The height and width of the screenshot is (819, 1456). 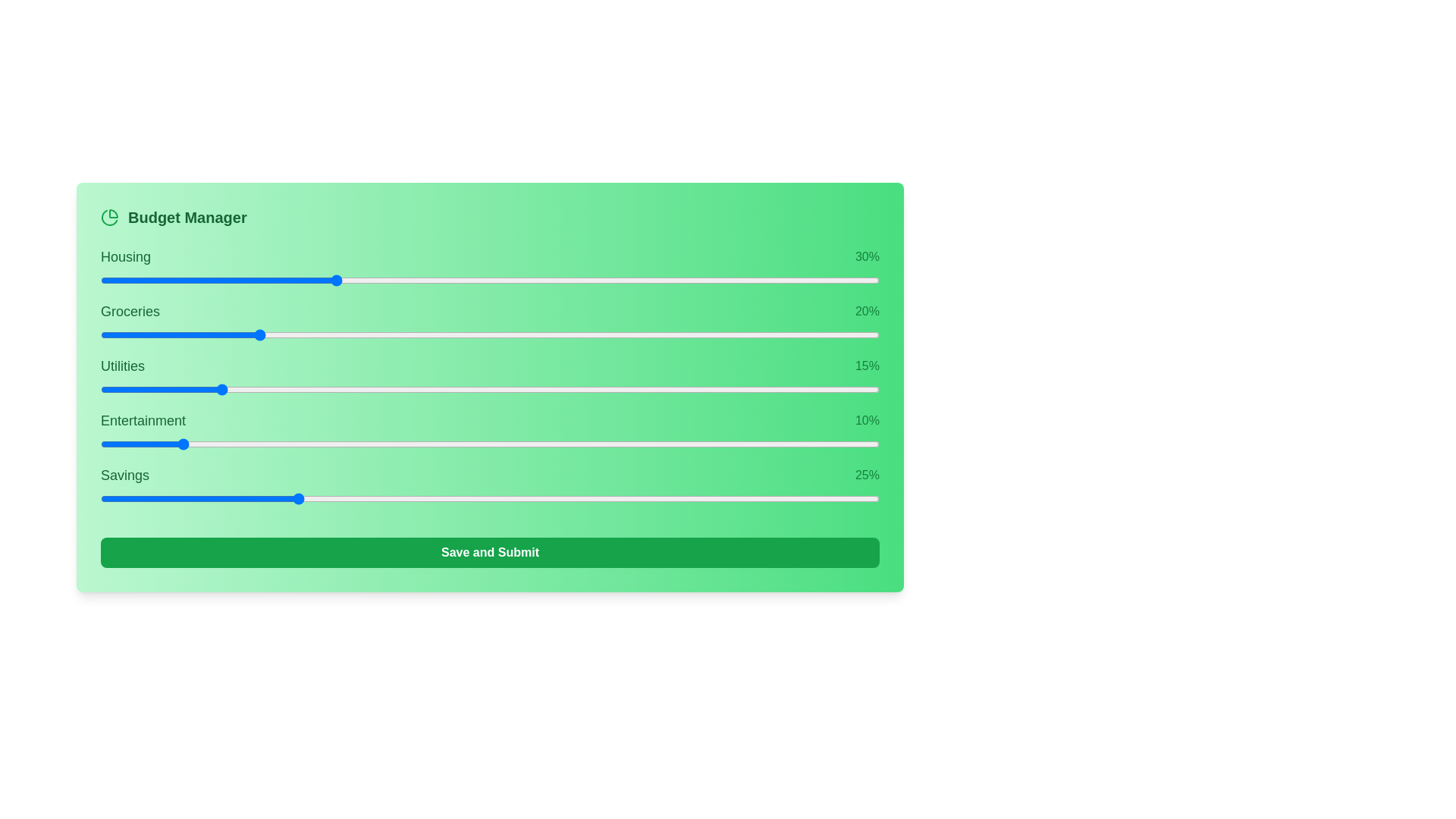 What do you see at coordinates (607, 444) in the screenshot?
I see `the slider for 3 to 30% allocation` at bounding box center [607, 444].